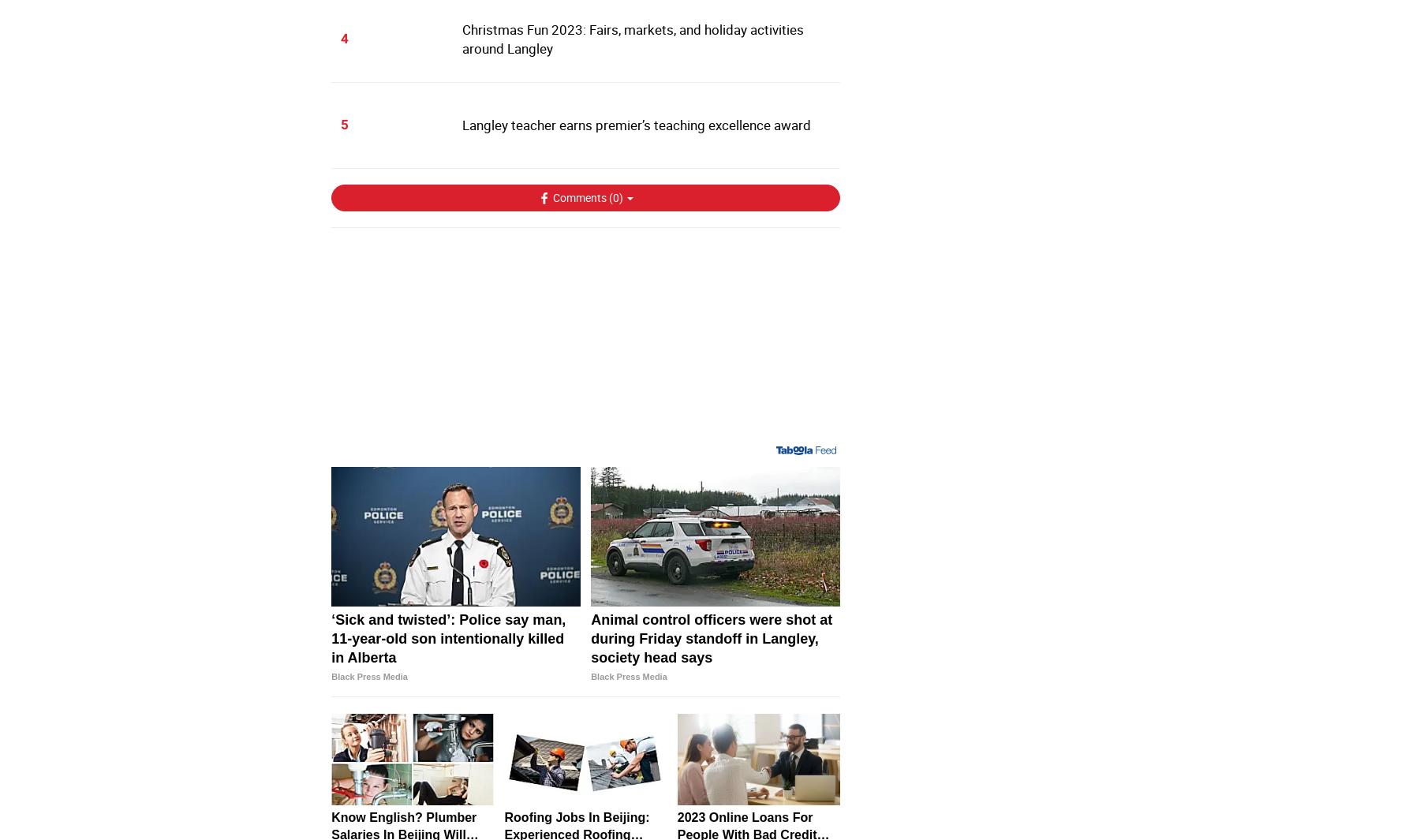 Image resolution: width=1420 pixels, height=840 pixels. Describe the element at coordinates (331, 741) in the screenshot. I see `'‘Sick and twisted’: Police say man, 11-year-old son intentionally killed in Alberta'` at that location.